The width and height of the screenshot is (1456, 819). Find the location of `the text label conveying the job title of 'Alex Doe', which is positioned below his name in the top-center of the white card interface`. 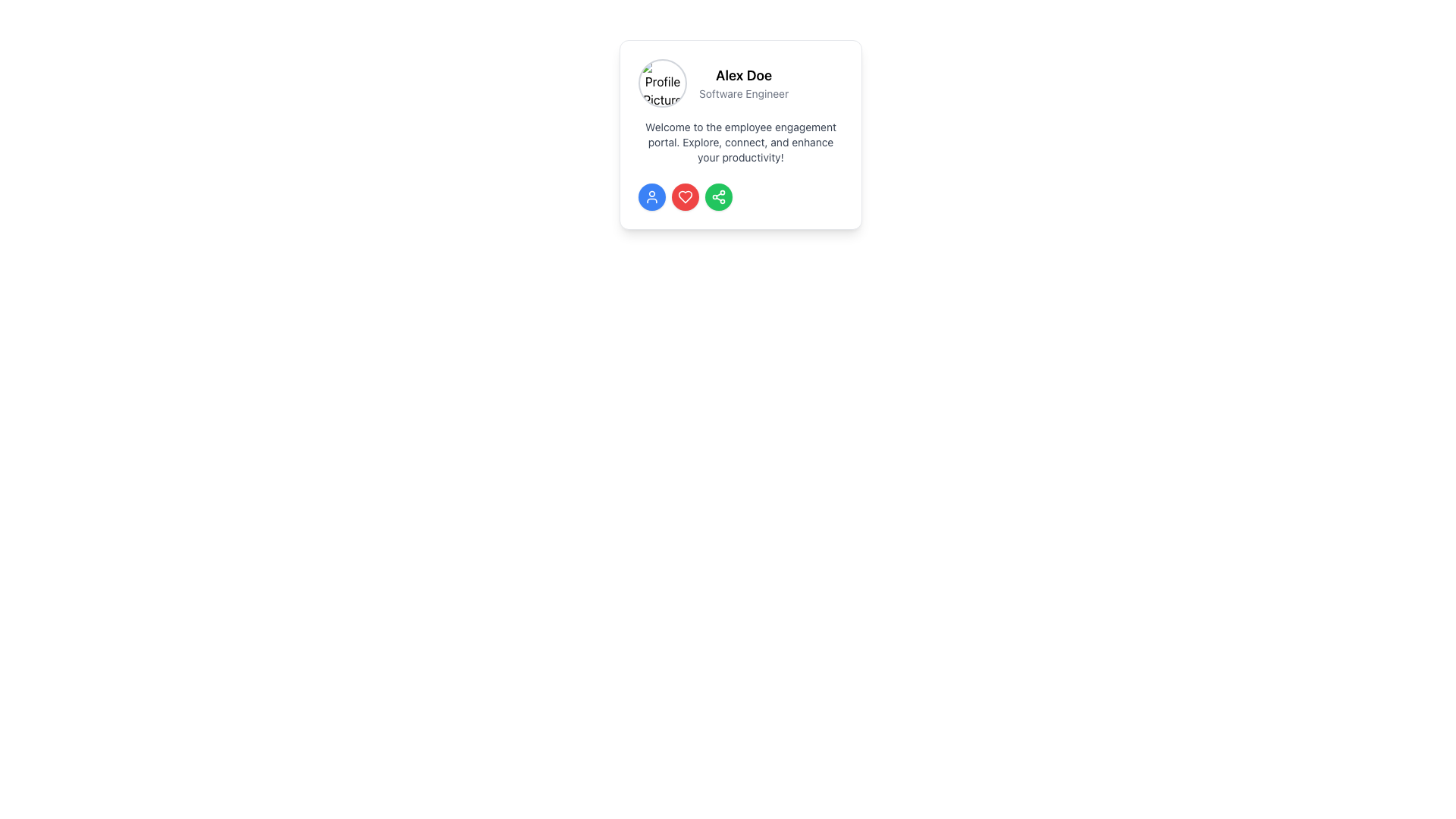

the text label conveying the job title of 'Alex Doe', which is positioned below his name in the top-center of the white card interface is located at coordinates (744, 93).